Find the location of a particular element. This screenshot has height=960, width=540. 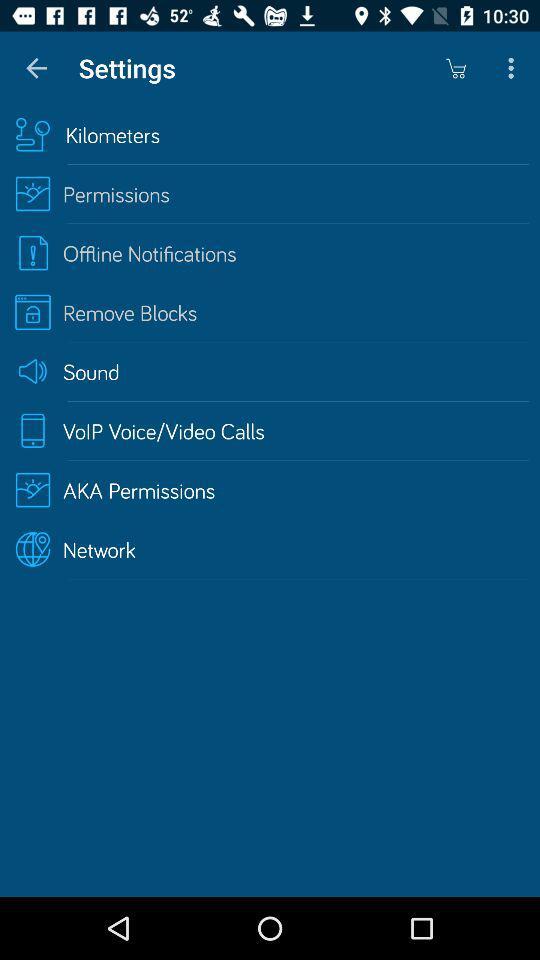

icon next to the settings icon is located at coordinates (455, 68).